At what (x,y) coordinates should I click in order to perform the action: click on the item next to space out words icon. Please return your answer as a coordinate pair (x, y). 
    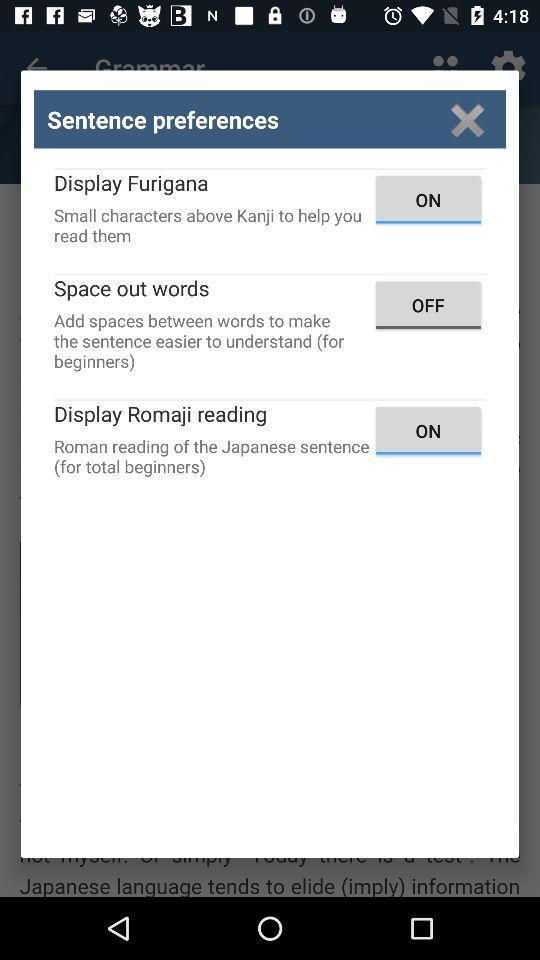
    Looking at the image, I should click on (427, 305).